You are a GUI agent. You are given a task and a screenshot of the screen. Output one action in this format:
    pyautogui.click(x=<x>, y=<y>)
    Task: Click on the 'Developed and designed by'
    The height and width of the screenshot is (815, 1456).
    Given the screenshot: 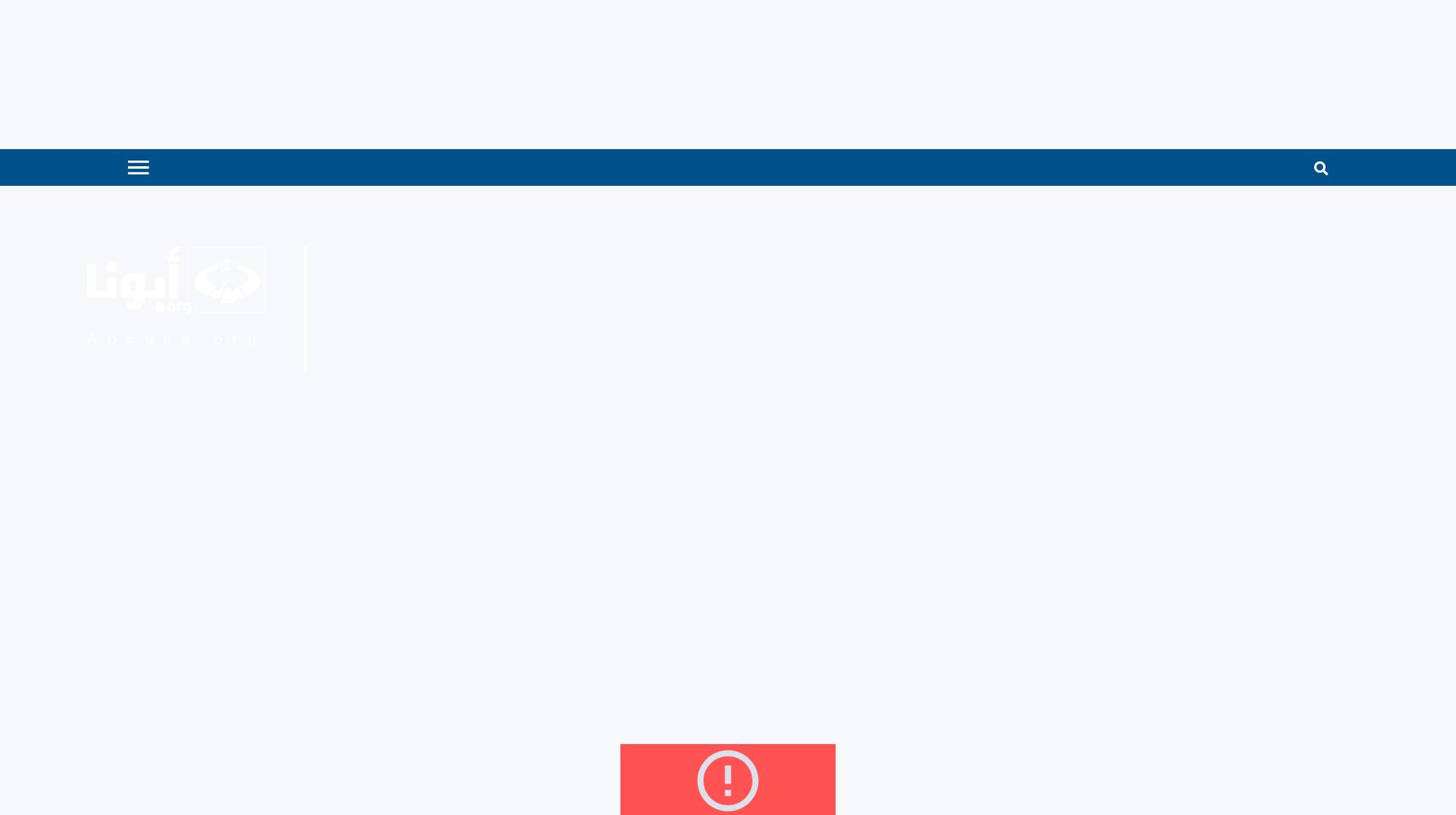 What is the action you would take?
    pyautogui.click(x=1136, y=459)
    